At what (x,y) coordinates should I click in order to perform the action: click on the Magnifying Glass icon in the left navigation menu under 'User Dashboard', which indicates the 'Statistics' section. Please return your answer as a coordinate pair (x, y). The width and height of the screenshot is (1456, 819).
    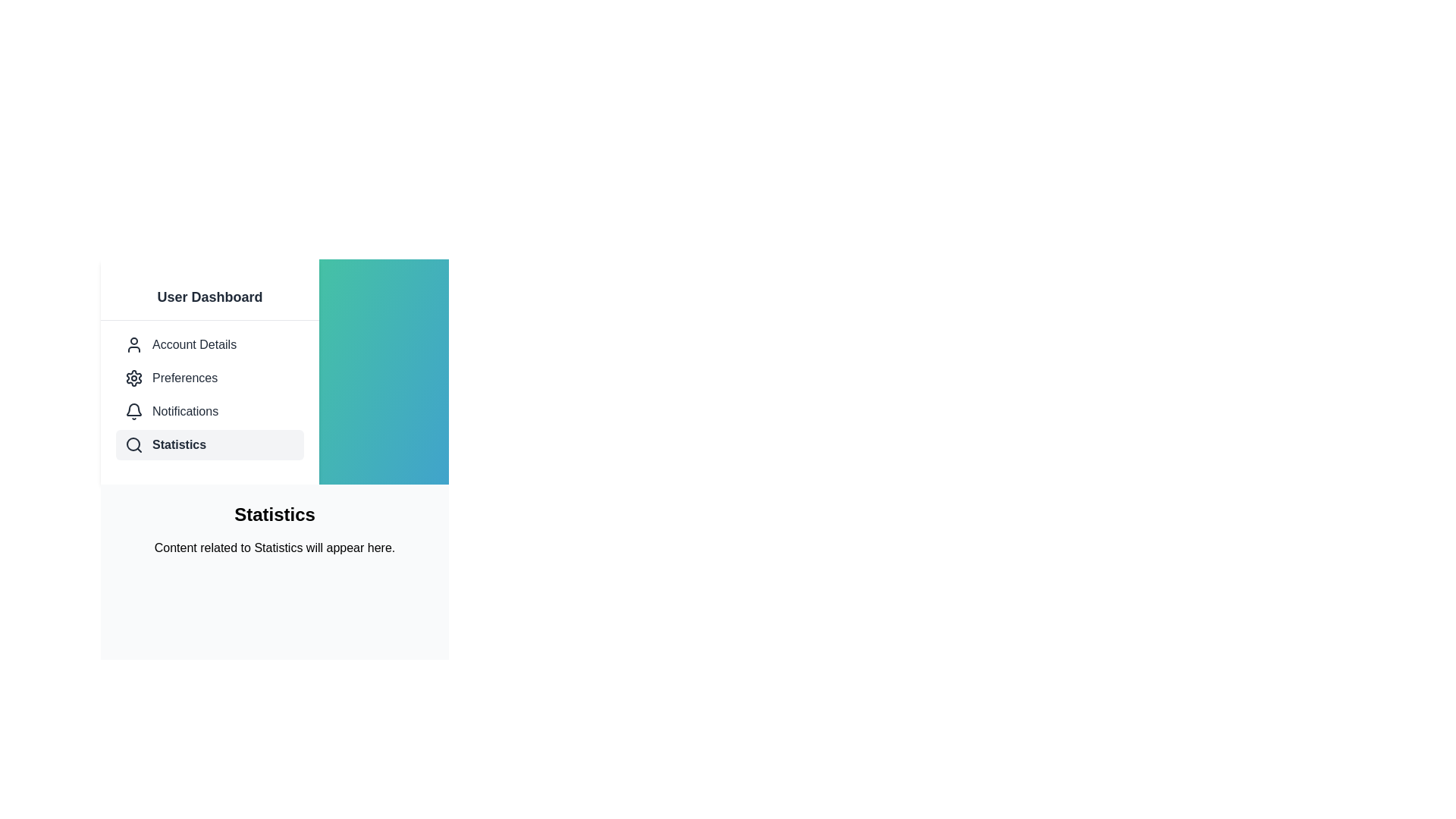
    Looking at the image, I should click on (134, 444).